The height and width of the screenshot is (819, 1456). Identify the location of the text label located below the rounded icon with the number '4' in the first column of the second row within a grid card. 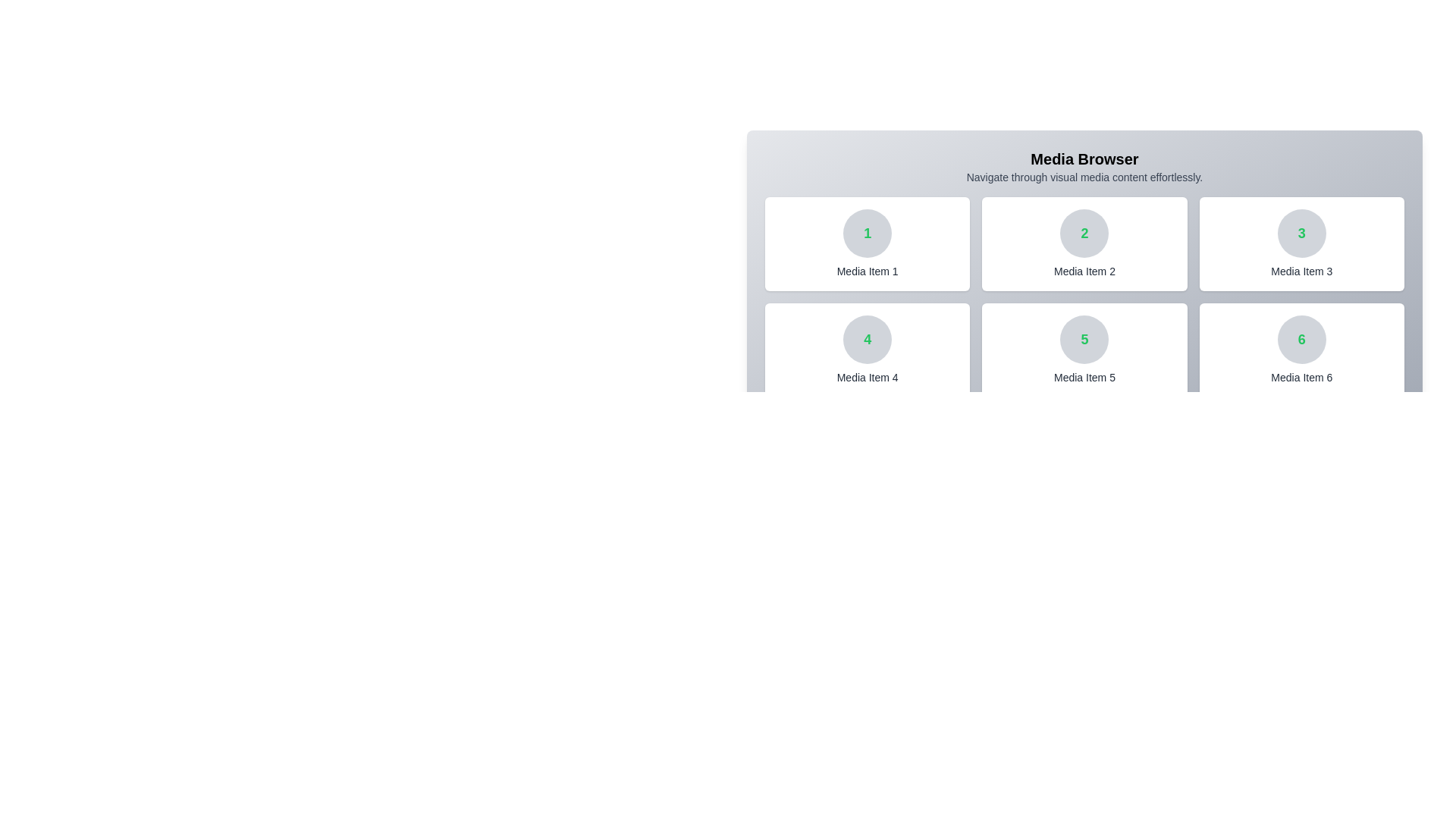
(868, 376).